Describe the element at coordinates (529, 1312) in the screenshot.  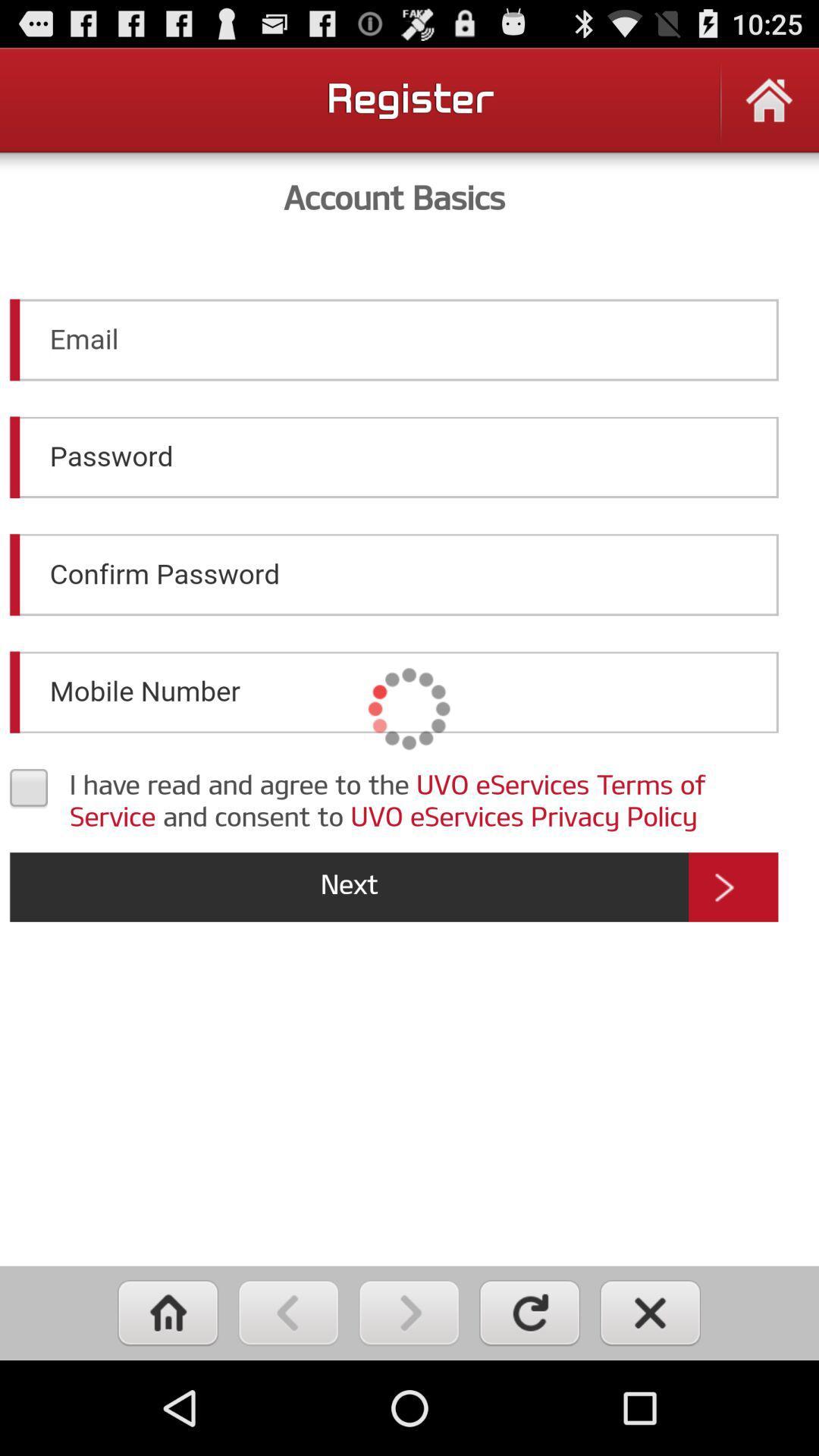
I see `refresh page` at that location.